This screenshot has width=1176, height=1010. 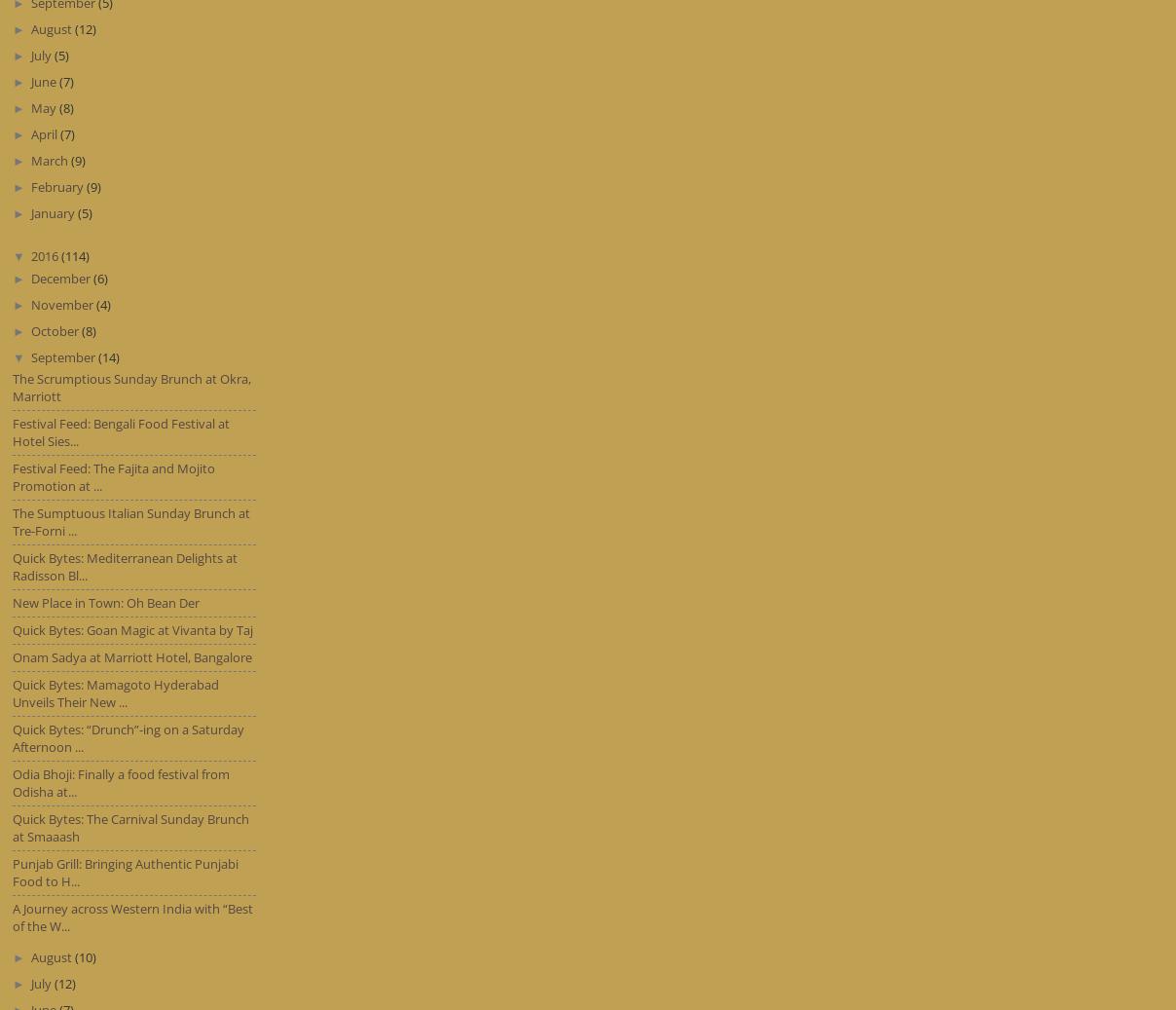 What do you see at coordinates (129, 828) in the screenshot?
I see `'Quick Bytes: The Carnival Sunday Brunch at Smaaash'` at bounding box center [129, 828].